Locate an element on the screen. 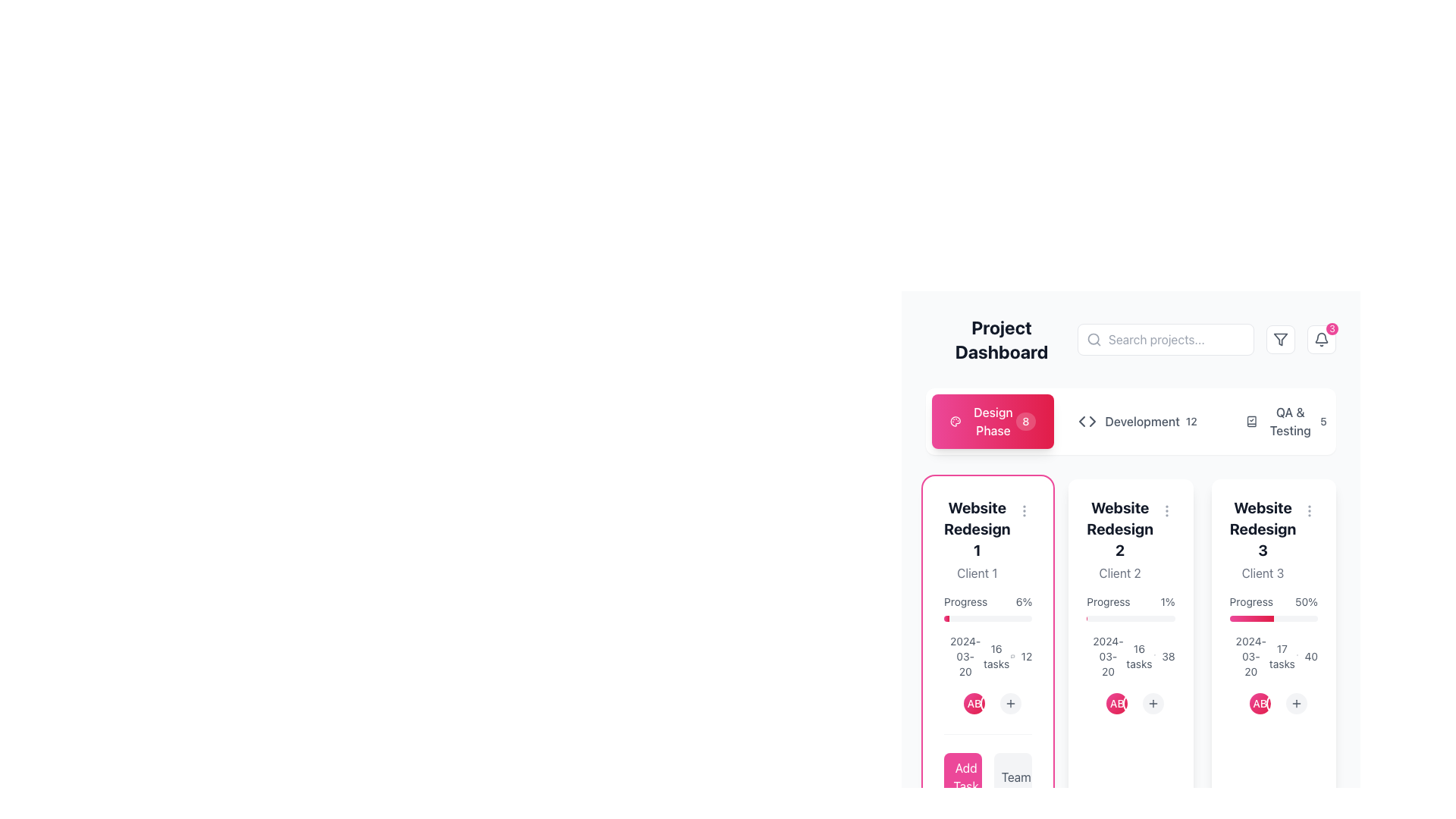 Image resolution: width=1456 pixels, height=819 pixels. the Text component displaying '16 tasks' with a clock icon, positioned in the second column of a 3-column grid layout, below a progress indicator and above task-related information is located at coordinates (1131, 656).